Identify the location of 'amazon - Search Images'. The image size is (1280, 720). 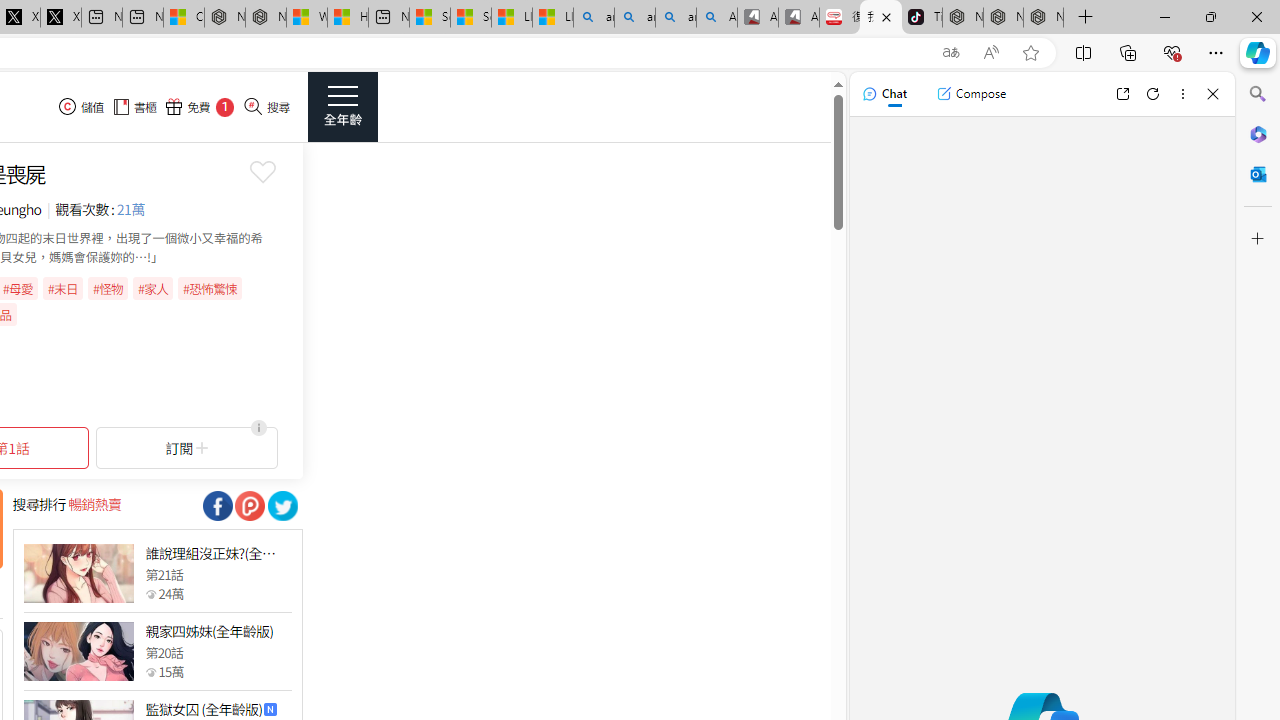
(675, 17).